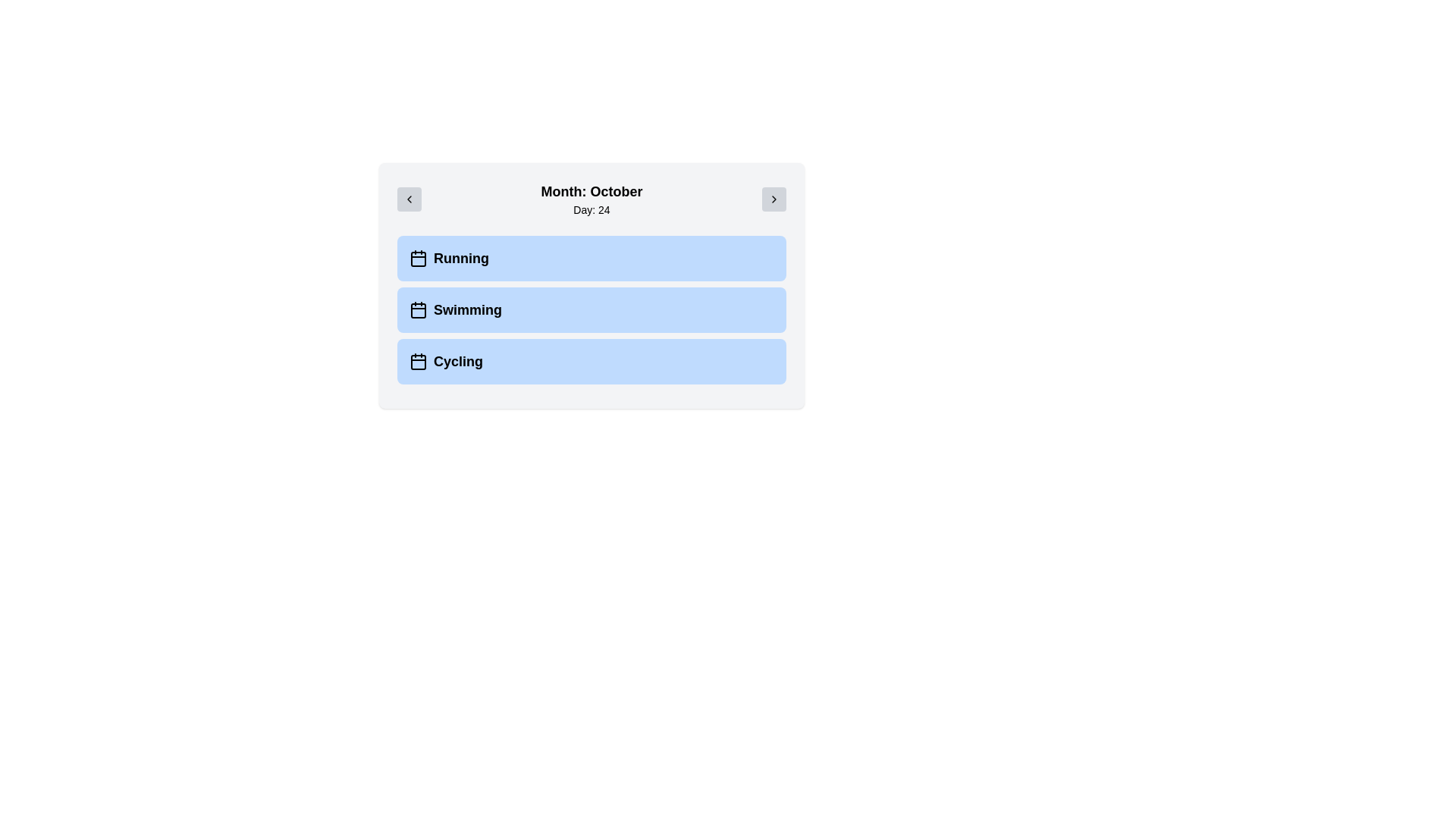  I want to click on the Decorative calendar icon associated with the 'Swimming' task, which is positioned centrally below the 'Running' icon and above the 'Cycling' icon, so click(419, 309).